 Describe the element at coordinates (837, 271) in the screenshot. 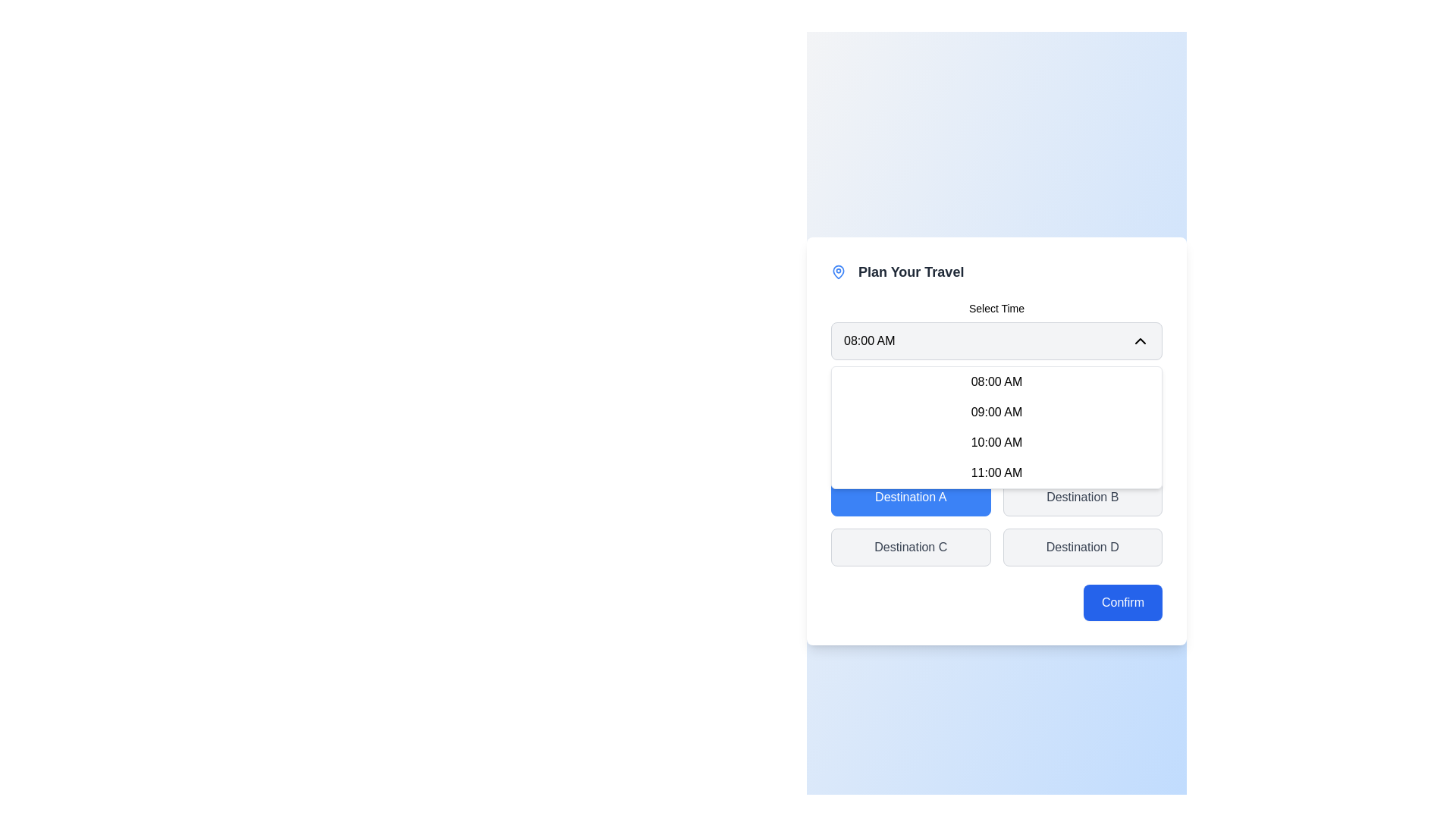

I see `the location pin marker icon, which is positioned to the left of the 'Plan Your Travel' heading` at that location.